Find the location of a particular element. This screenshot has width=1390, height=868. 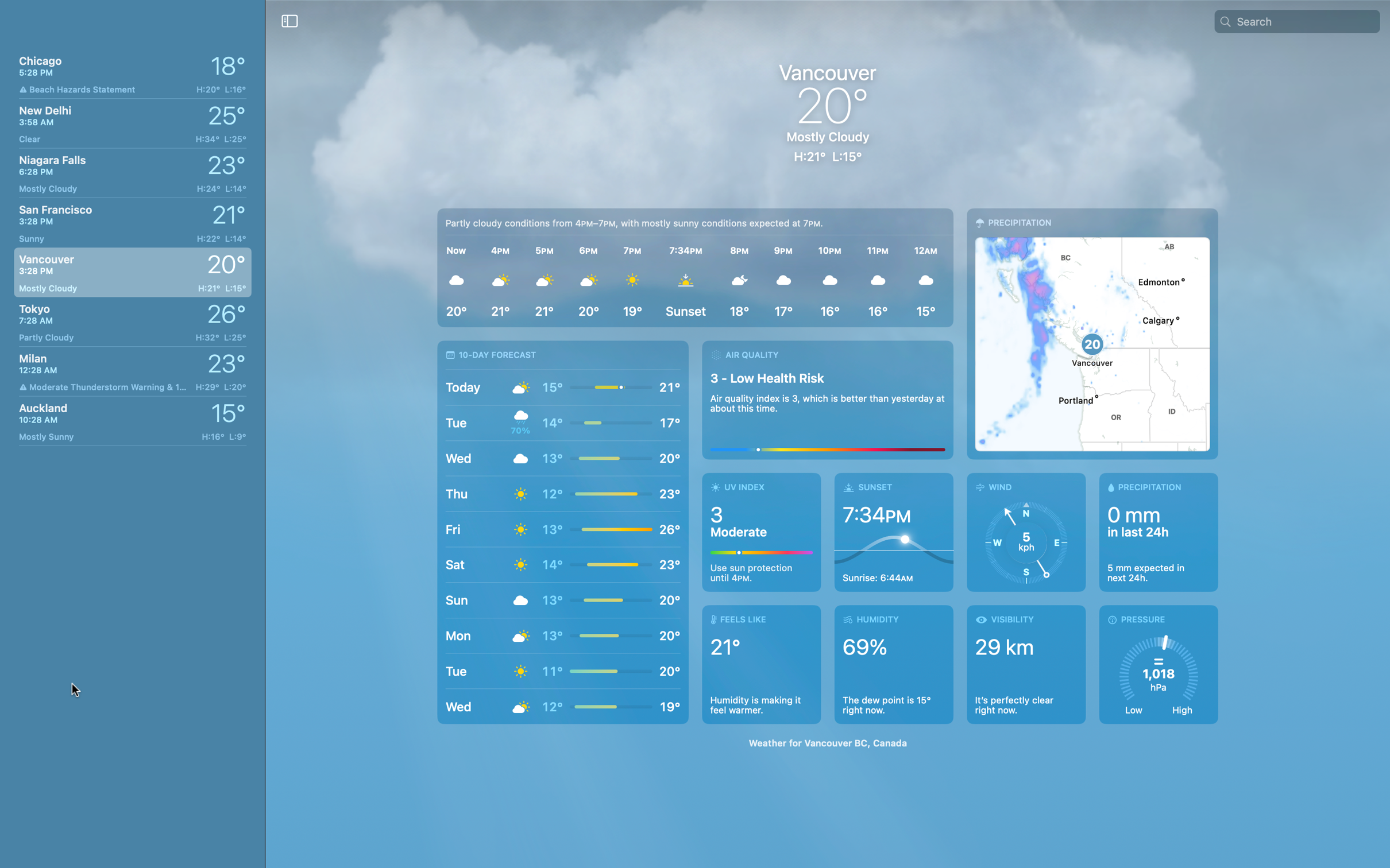

Alter the current city to London using the search field is located at coordinates (1305, 20).